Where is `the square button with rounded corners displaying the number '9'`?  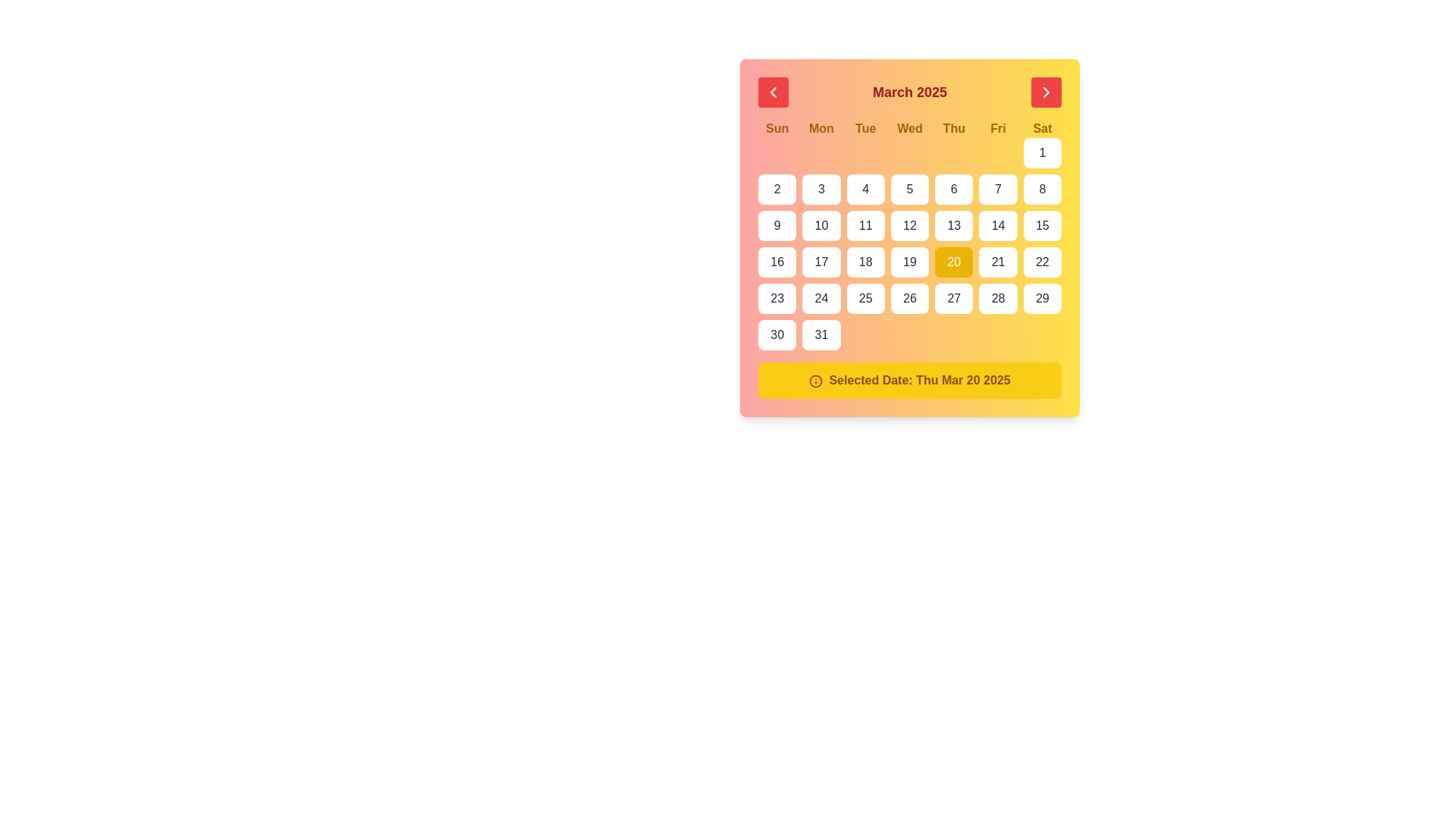
the square button with rounded corners displaying the number '9' is located at coordinates (777, 225).